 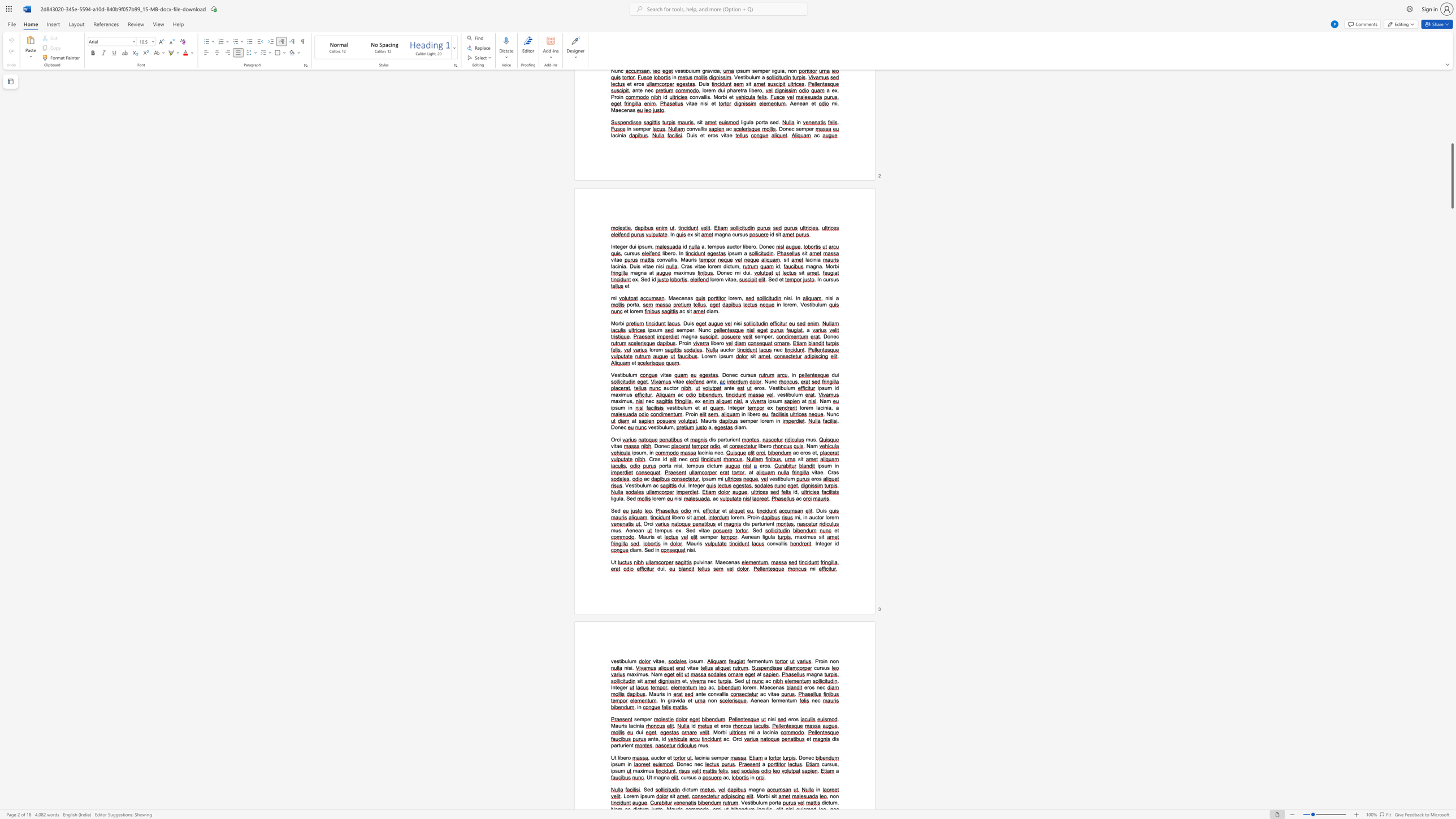 What do you see at coordinates (826, 764) in the screenshot?
I see `the space between the continuous character "u" and "r" in the text` at bounding box center [826, 764].